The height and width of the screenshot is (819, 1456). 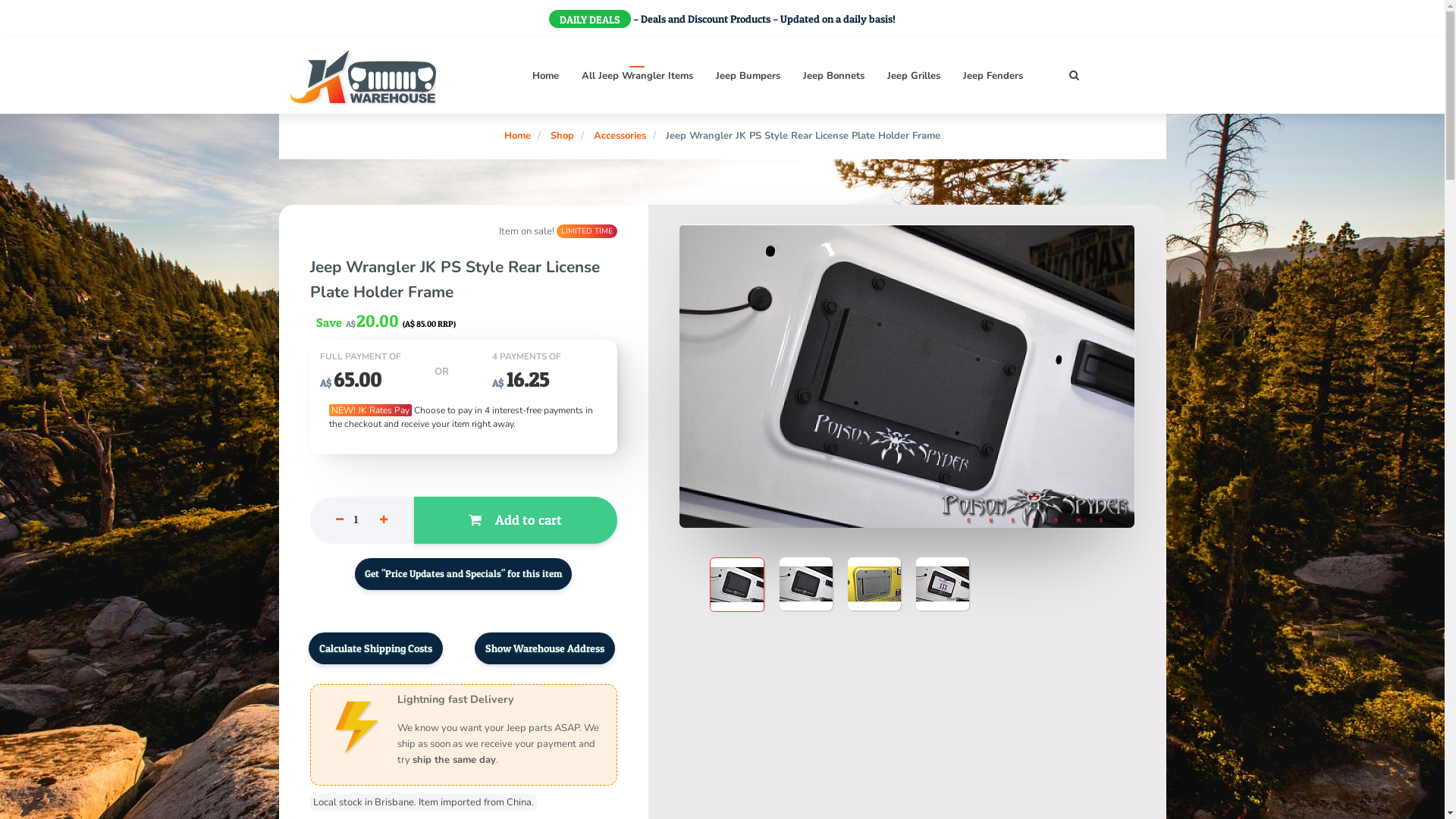 What do you see at coordinates (636, 76) in the screenshot?
I see `'All Jeep Wrangler Items'` at bounding box center [636, 76].